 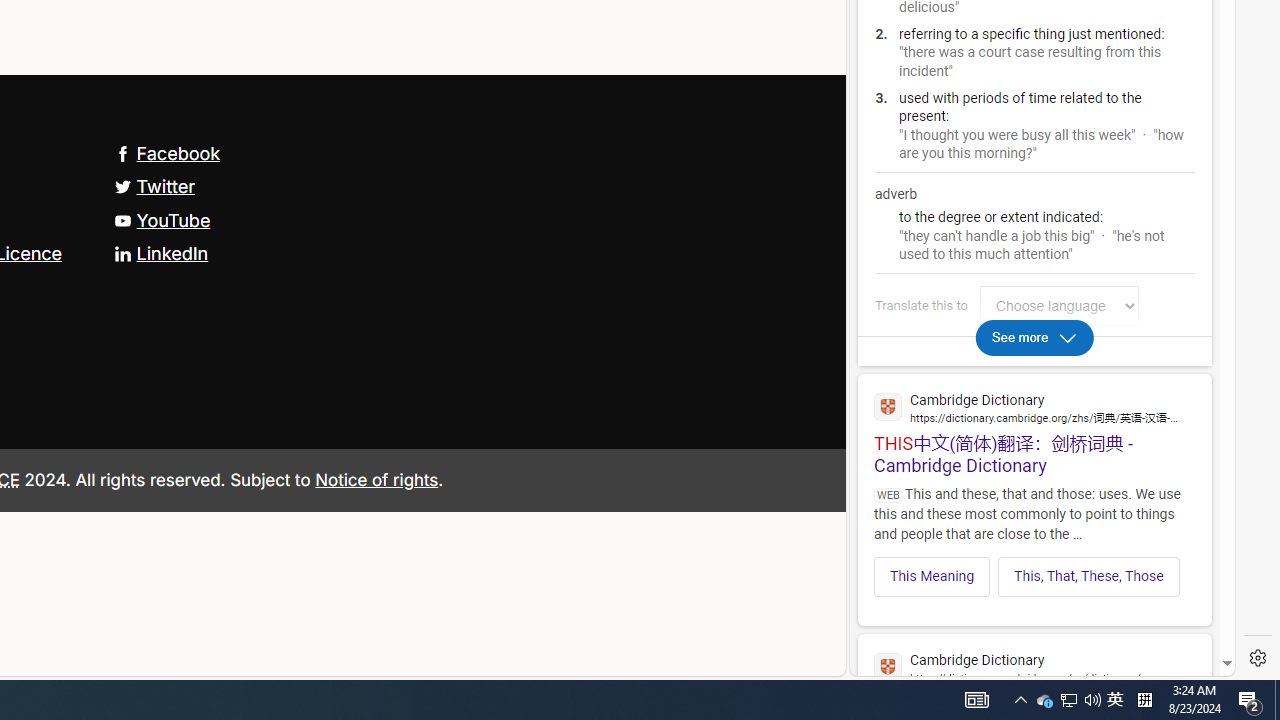 I want to click on 'This Meaning', so click(x=931, y=576).